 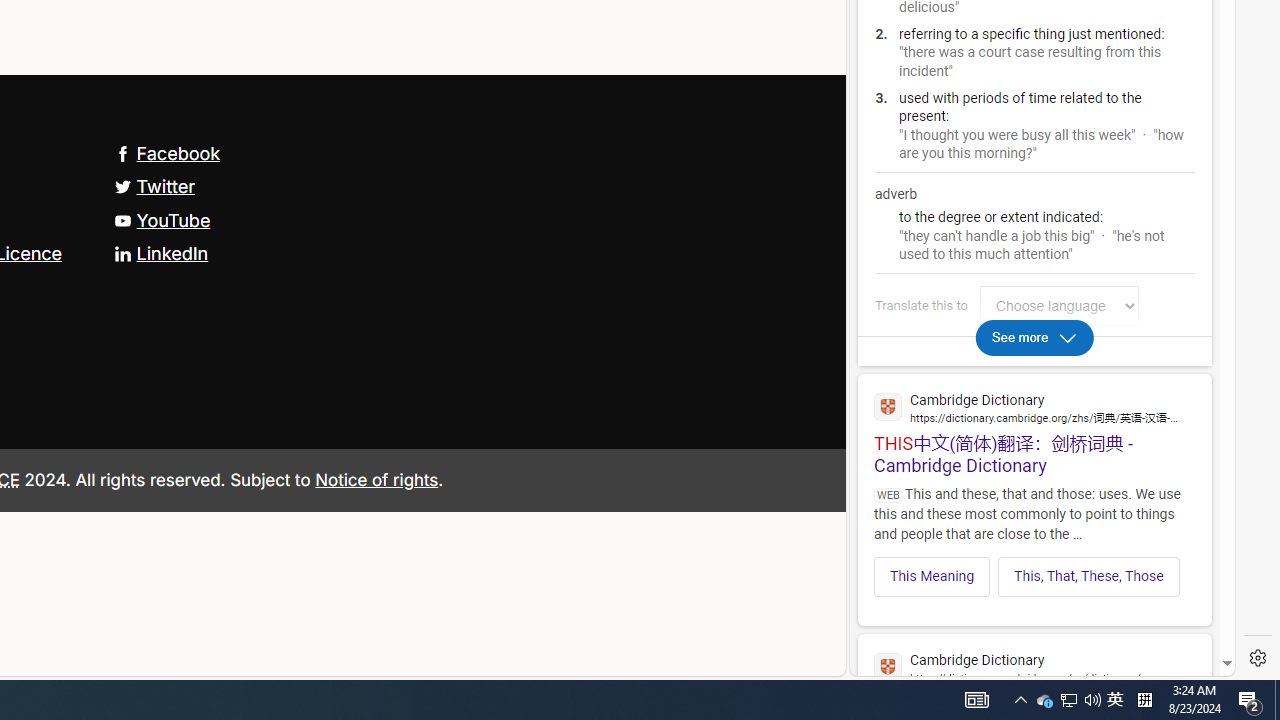 I want to click on 'This Meaning', so click(x=931, y=576).